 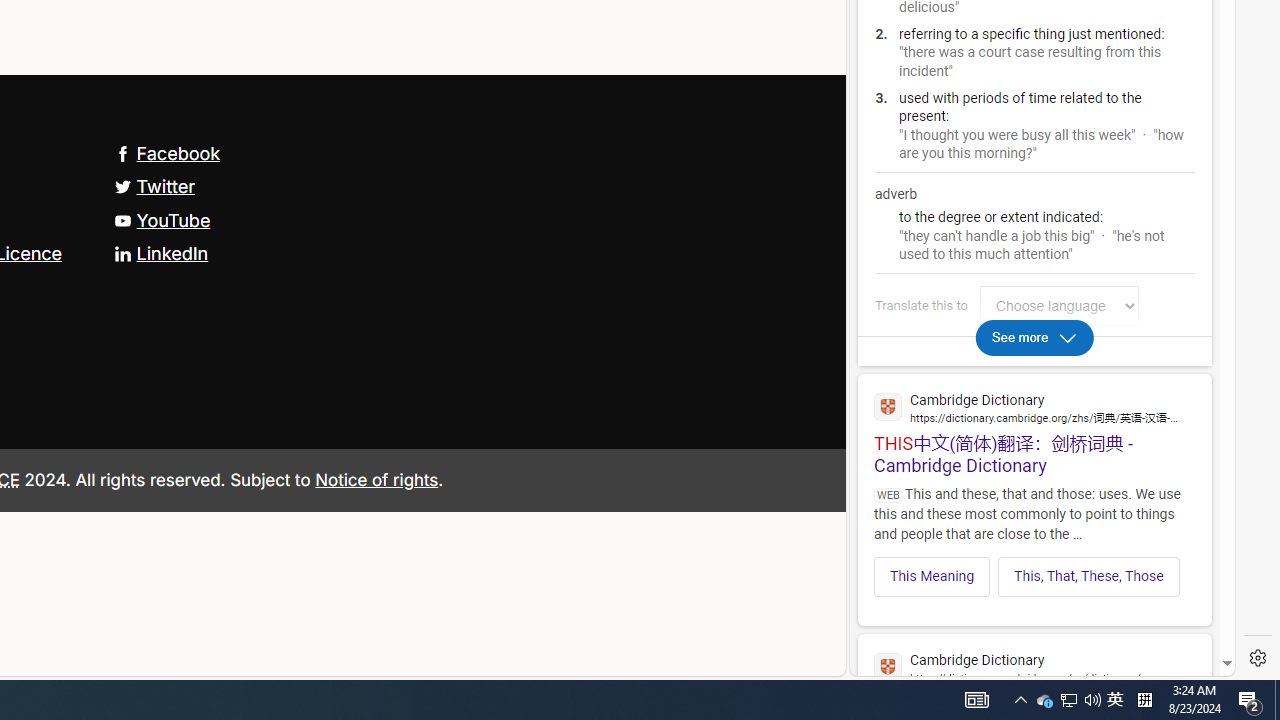 I want to click on 'This Meaning', so click(x=931, y=576).